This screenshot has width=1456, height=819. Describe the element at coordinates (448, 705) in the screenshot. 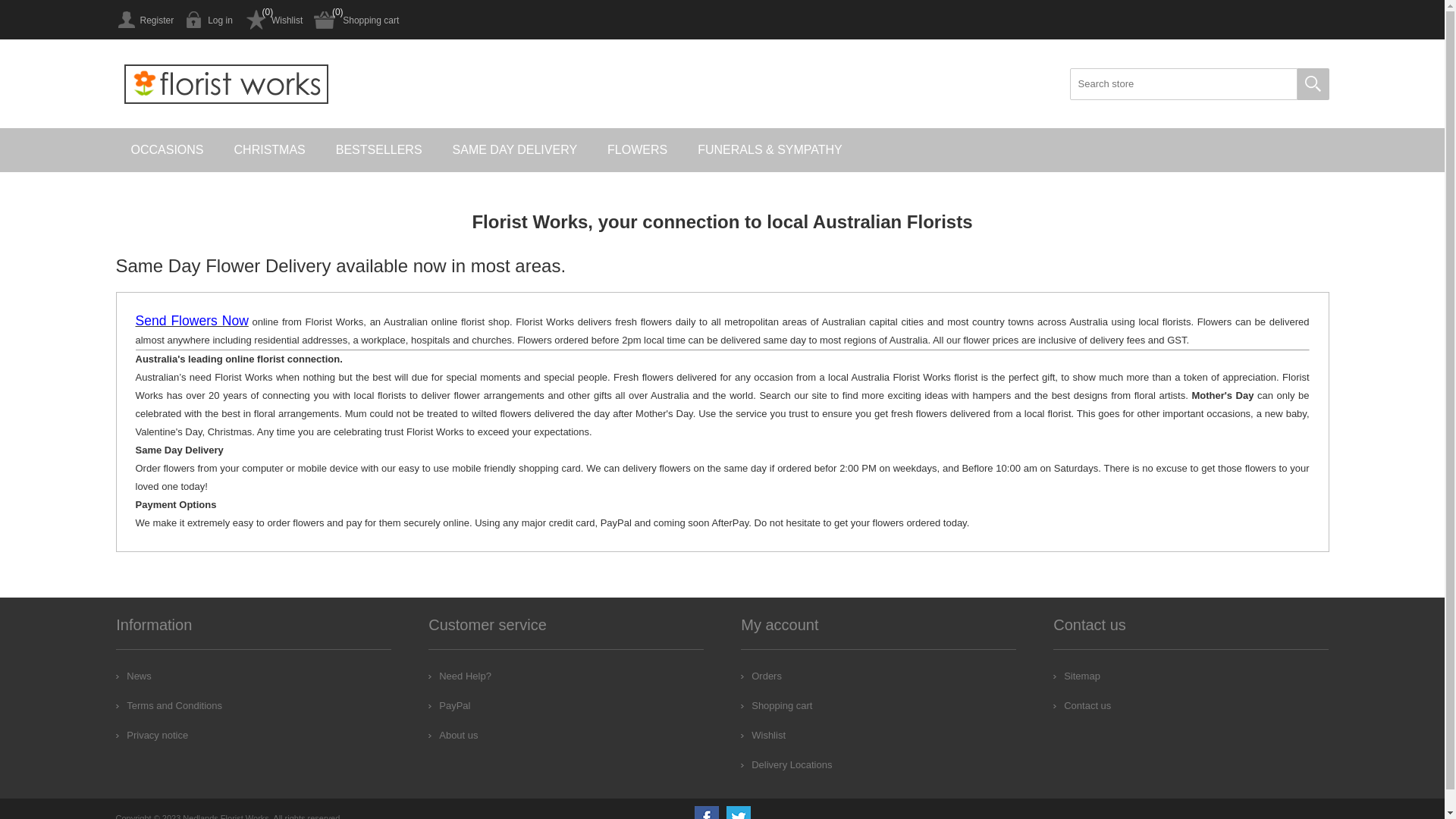

I see `'PayPal'` at that location.